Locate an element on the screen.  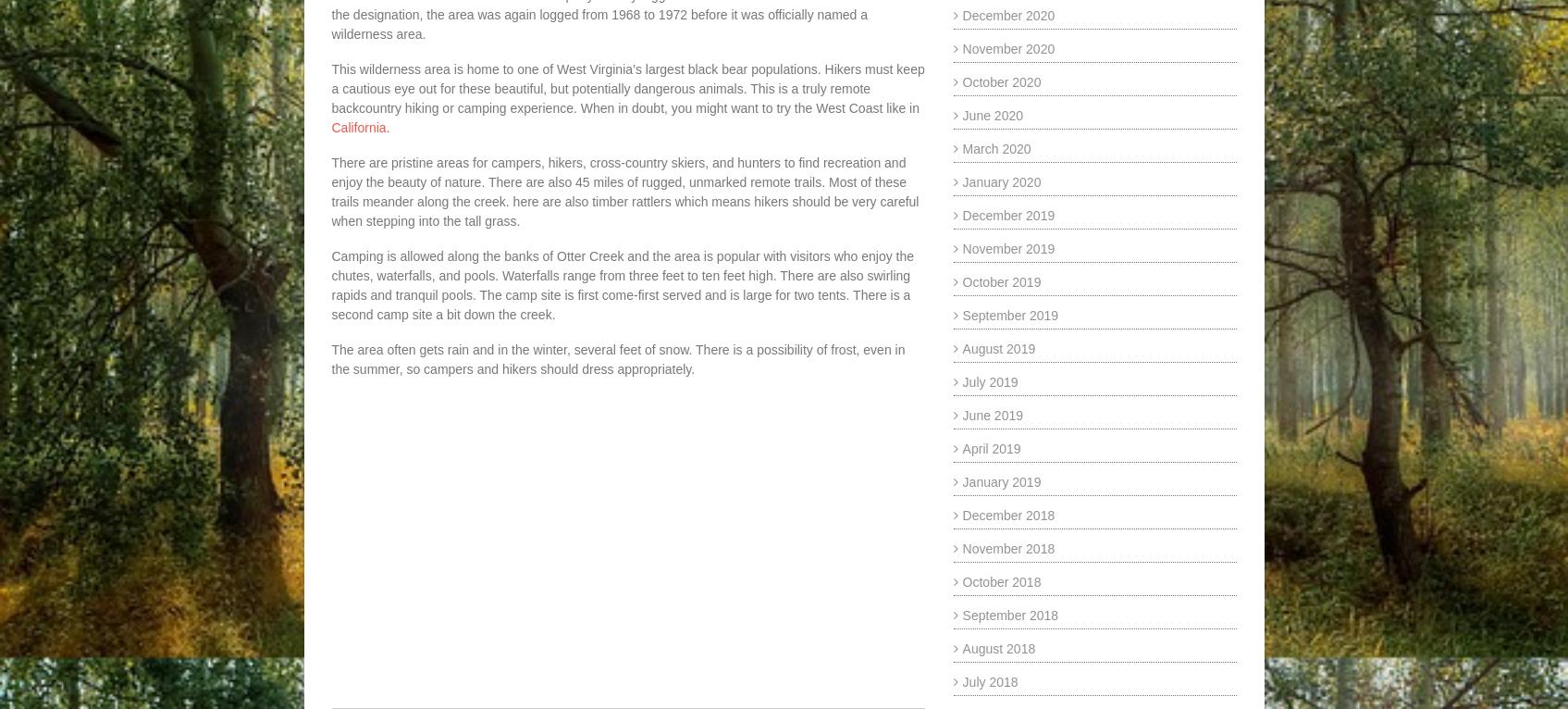
'November 2020' is located at coordinates (1008, 49).